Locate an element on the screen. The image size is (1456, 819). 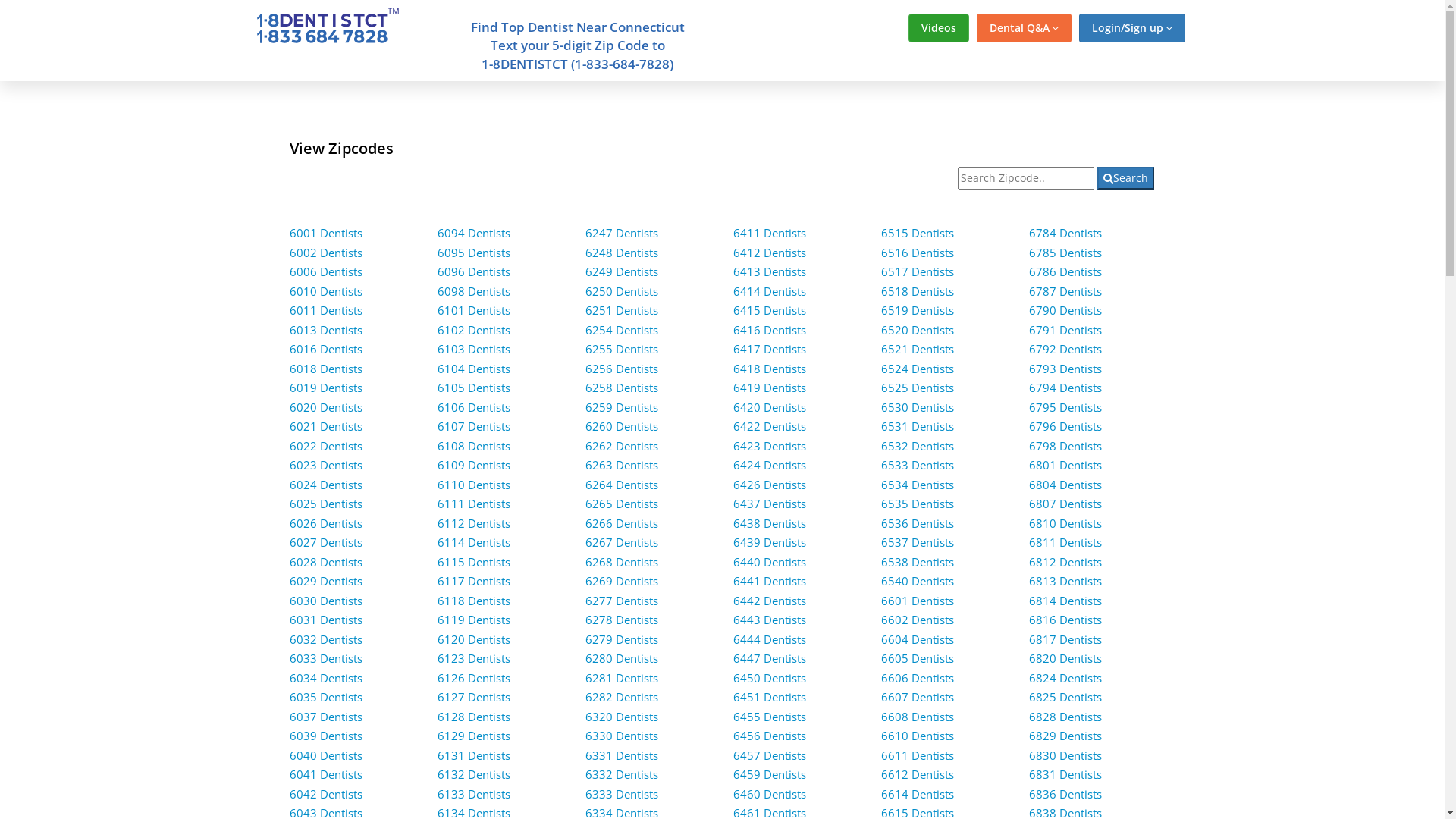
'6264 Dentists' is located at coordinates (622, 485).